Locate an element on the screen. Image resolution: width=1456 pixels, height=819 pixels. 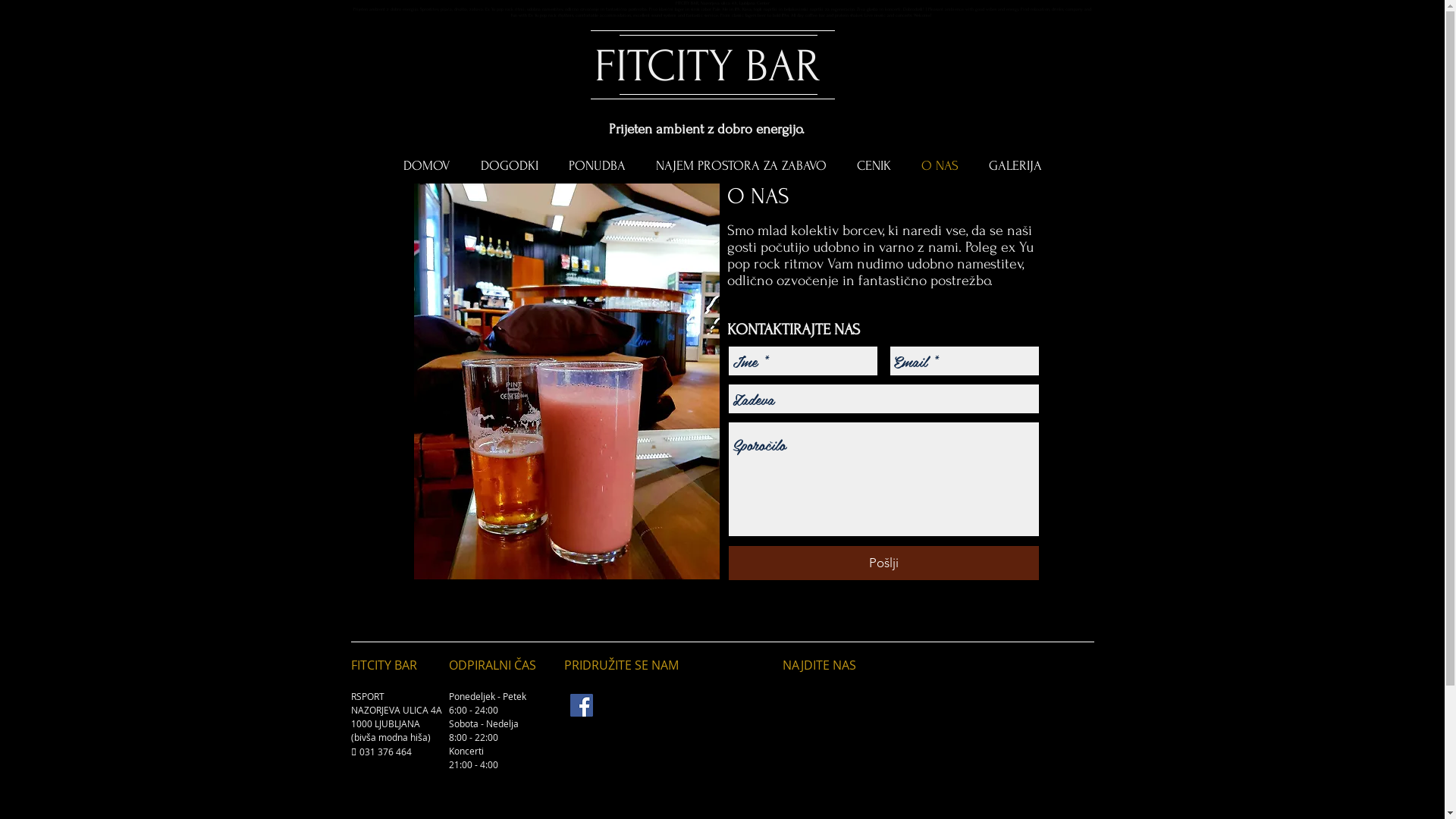
'CENIK' is located at coordinates (874, 166).